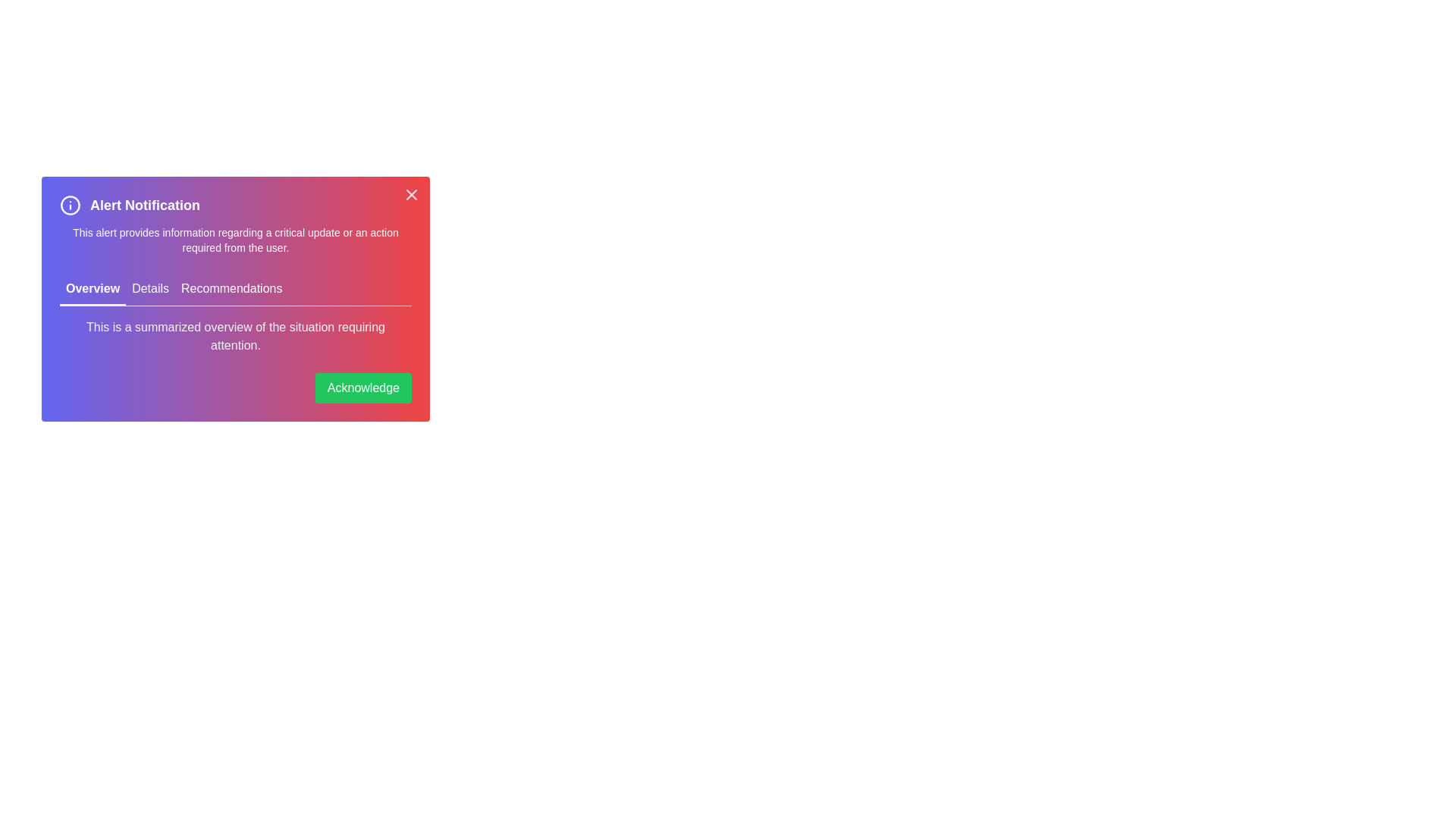  What do you see at coordinates (411, 194) in the screenshot?
I see `the close button located at the top-right corner of the alert` at bounding box center [411, 194].